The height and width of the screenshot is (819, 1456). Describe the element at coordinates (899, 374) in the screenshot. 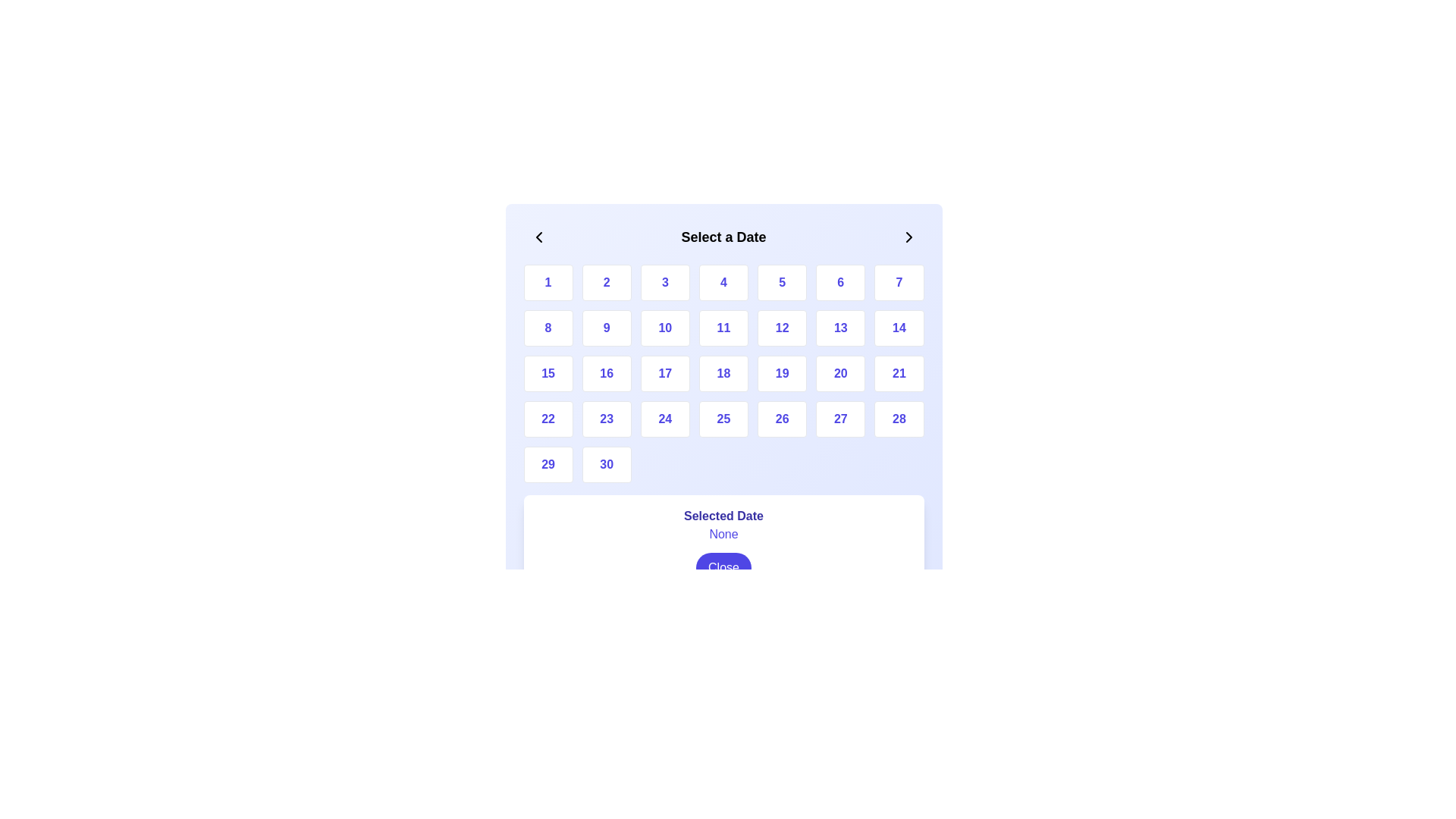

I see `the button located in the third row, seventh column of the date selection grid` at that location.